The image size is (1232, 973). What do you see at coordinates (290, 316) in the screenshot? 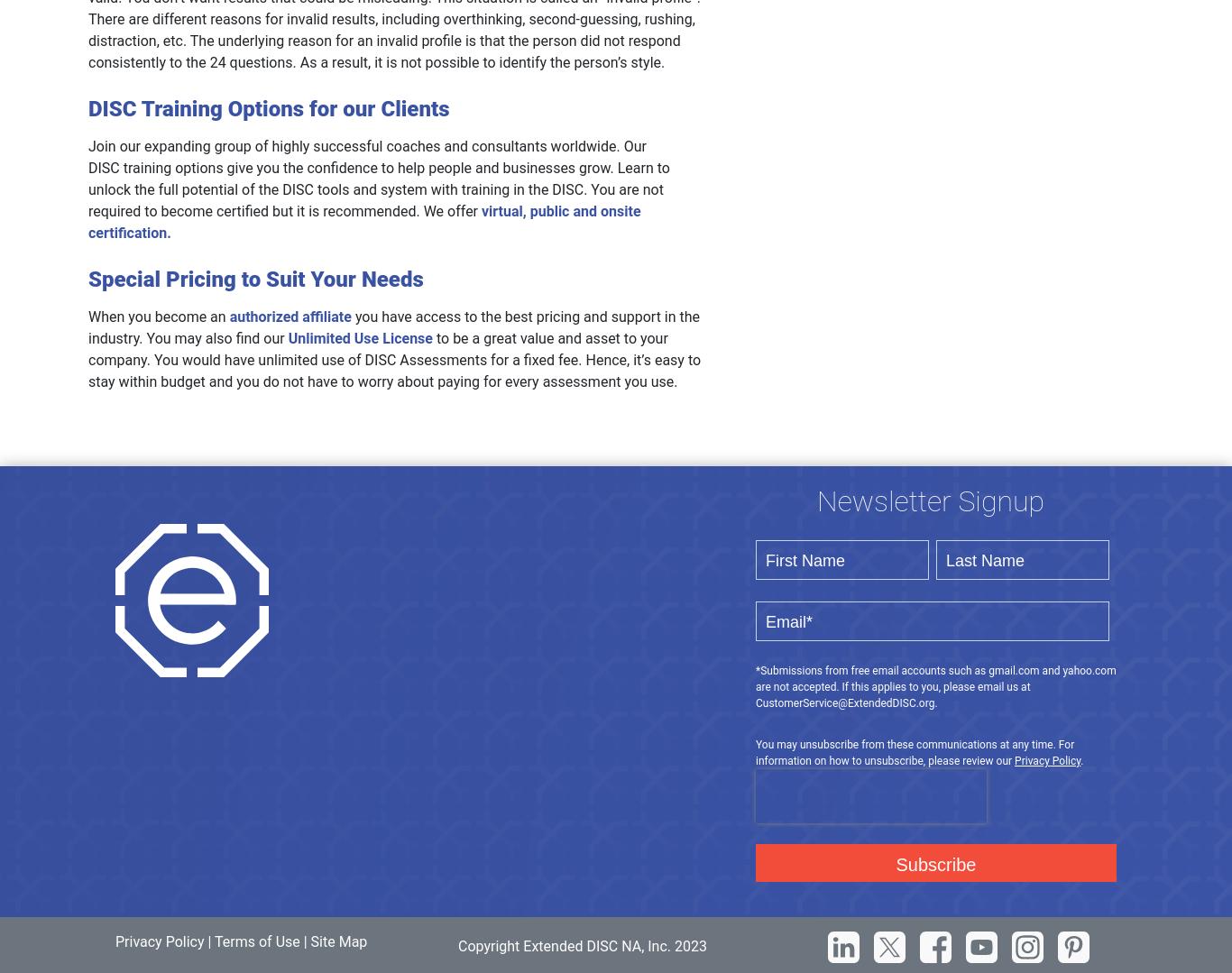
I see `'authorized affiliate'` at bounding box center [290, 316].